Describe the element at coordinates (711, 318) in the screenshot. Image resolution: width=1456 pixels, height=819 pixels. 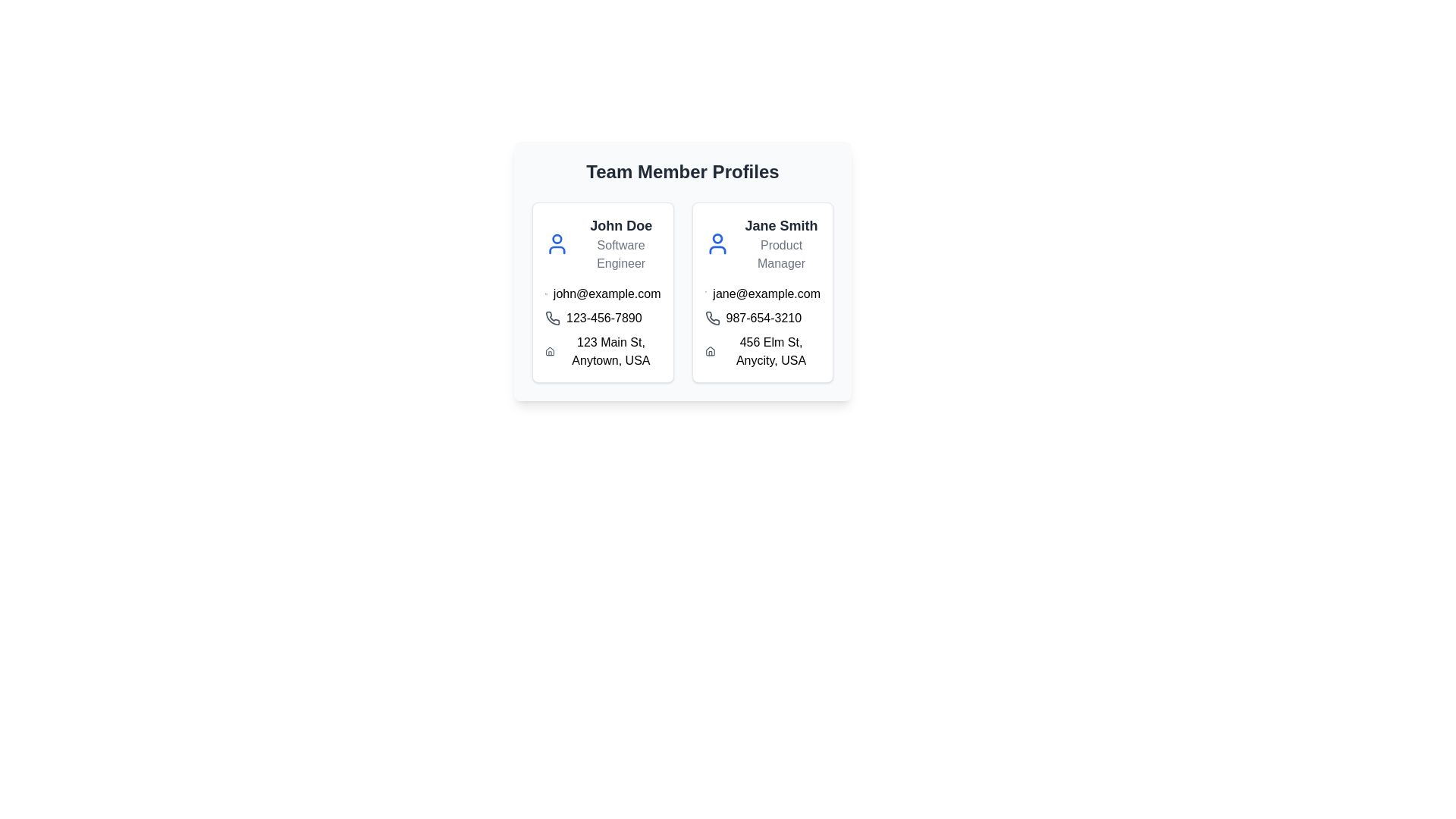
I see `the phone handset icon located to the left of the phone number '987-654-3210' in the second profile panel` at that location.